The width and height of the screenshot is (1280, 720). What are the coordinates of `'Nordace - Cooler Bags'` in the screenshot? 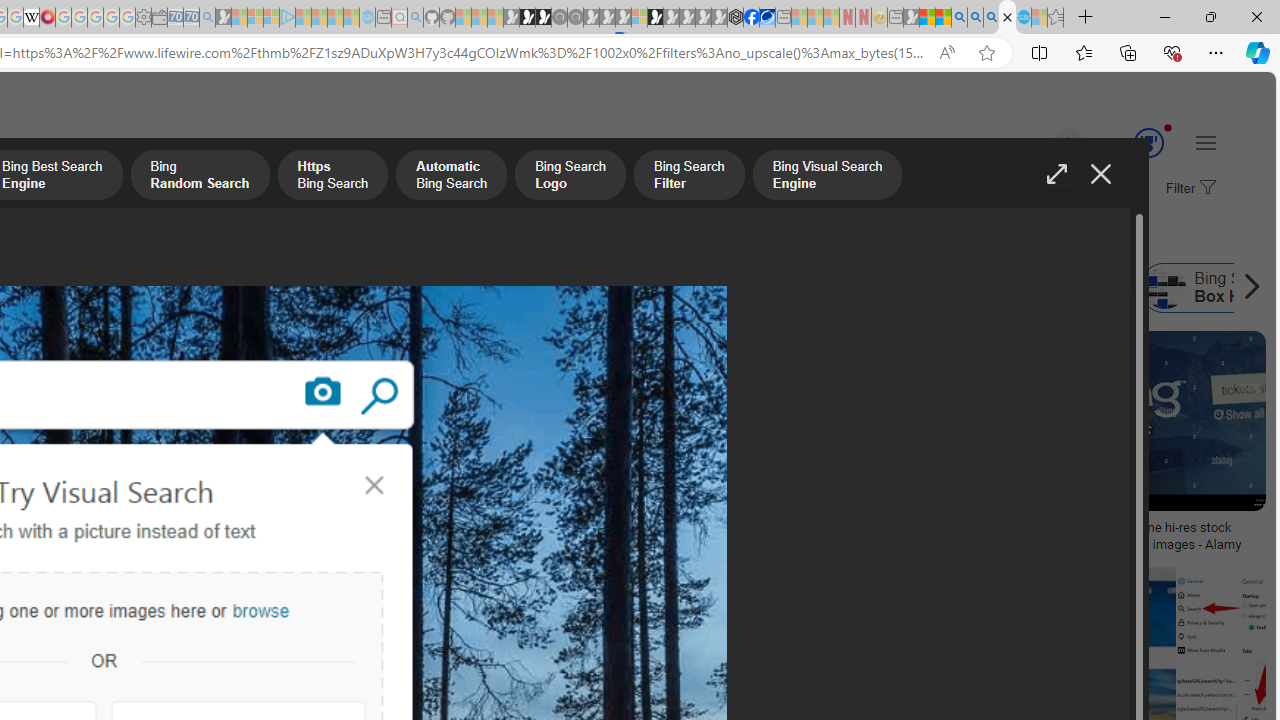 It's located at (735, 17).